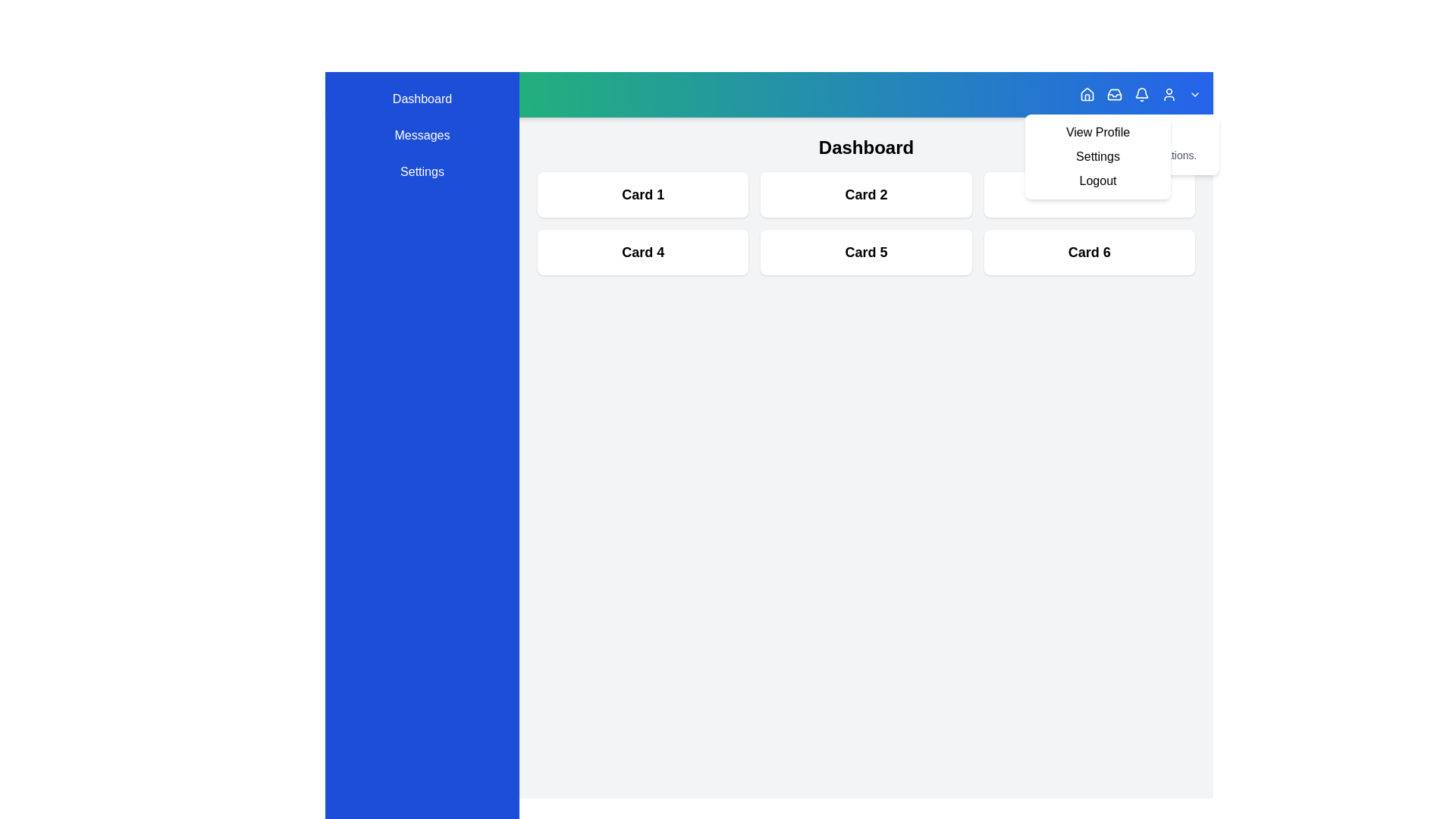 This screenshot has width=1456, height=819. Describe the element at coordinates (1168, 94) in the screenshot. I see `the user profile icon, which is the fifth icon in a row of navigation icons at the top-right corner of the interface` at that location.